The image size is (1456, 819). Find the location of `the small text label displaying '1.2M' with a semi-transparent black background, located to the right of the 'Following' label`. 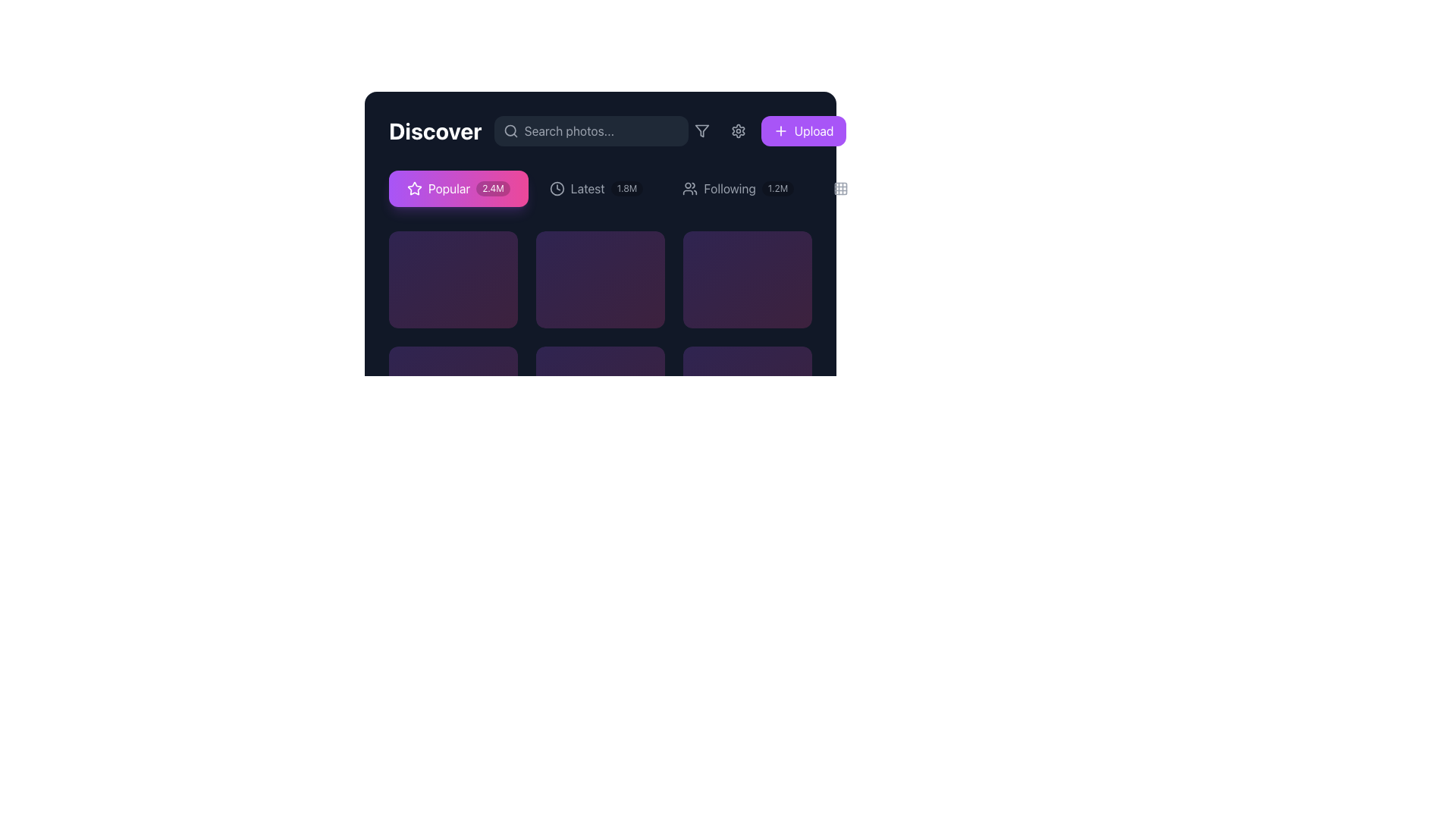

the small text label displaying '1.2M' with a semi-transparent black background, located to the right of the 'Following' label is located at coordinates (778, 188).